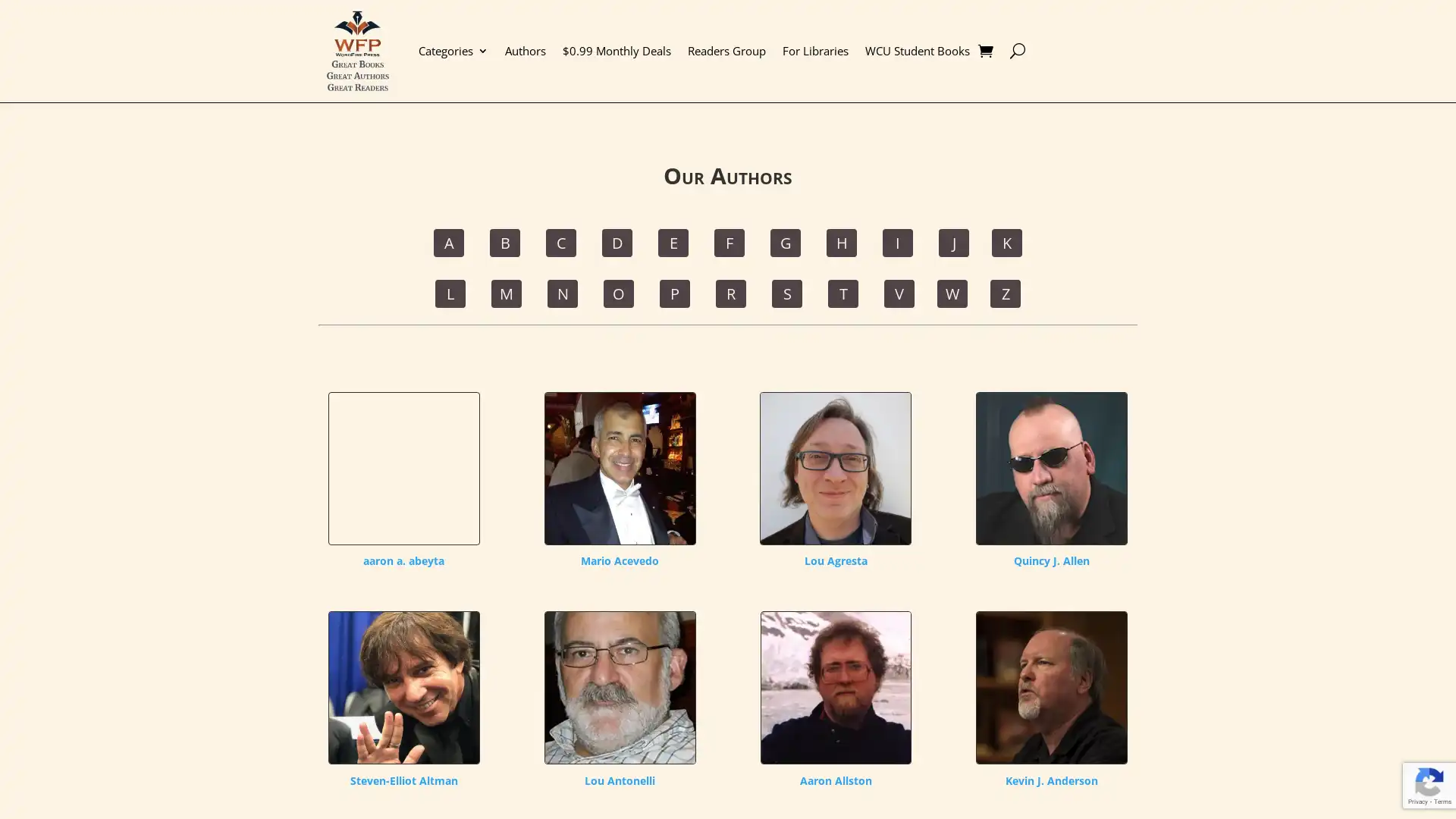  Describe the element at coordinates (731, 293) in the screenshot. I see `R` at that location.